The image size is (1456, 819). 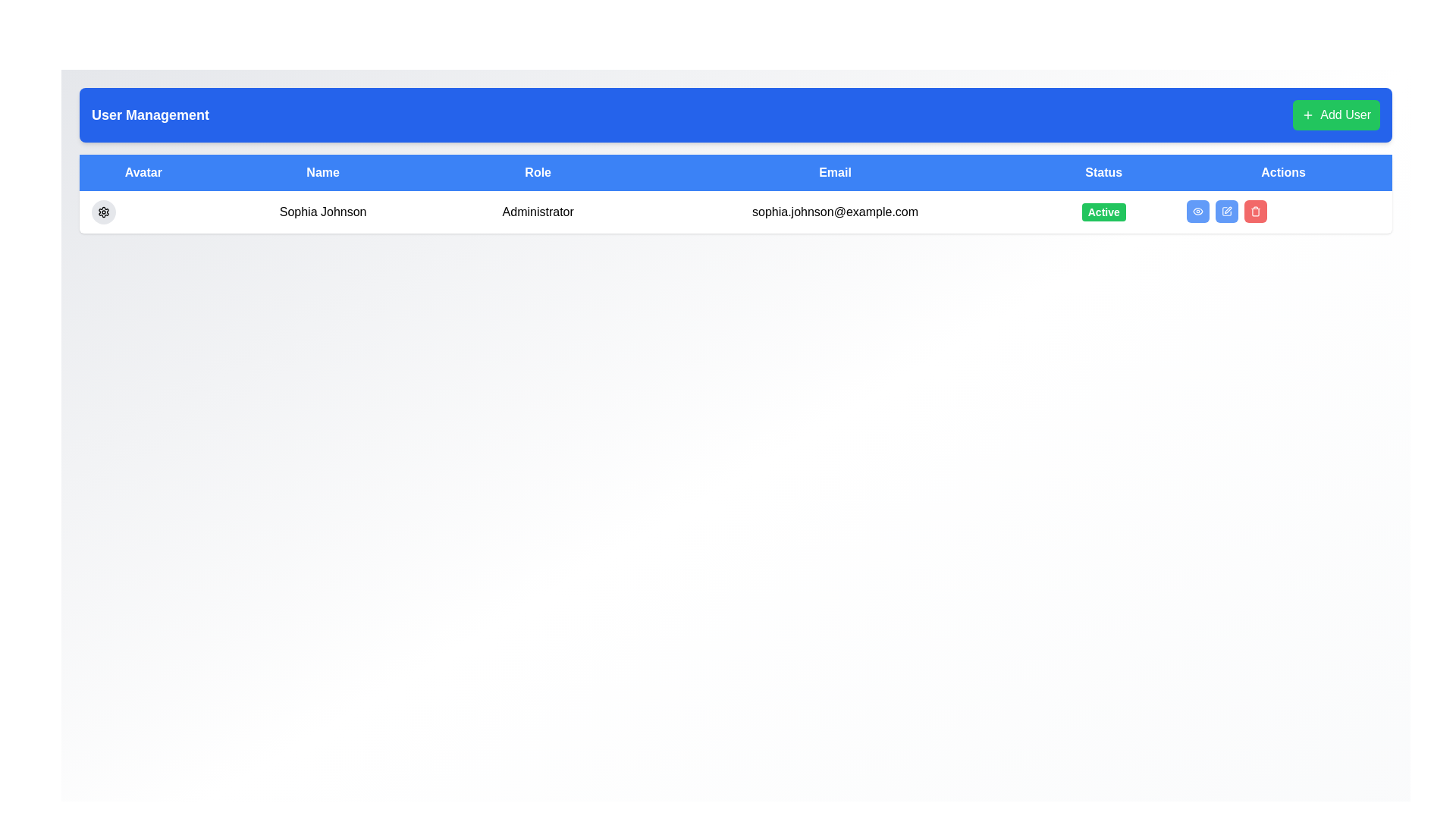 I want to click on the addition icon within the 'Add User' button, so click(x=1307, y=114).